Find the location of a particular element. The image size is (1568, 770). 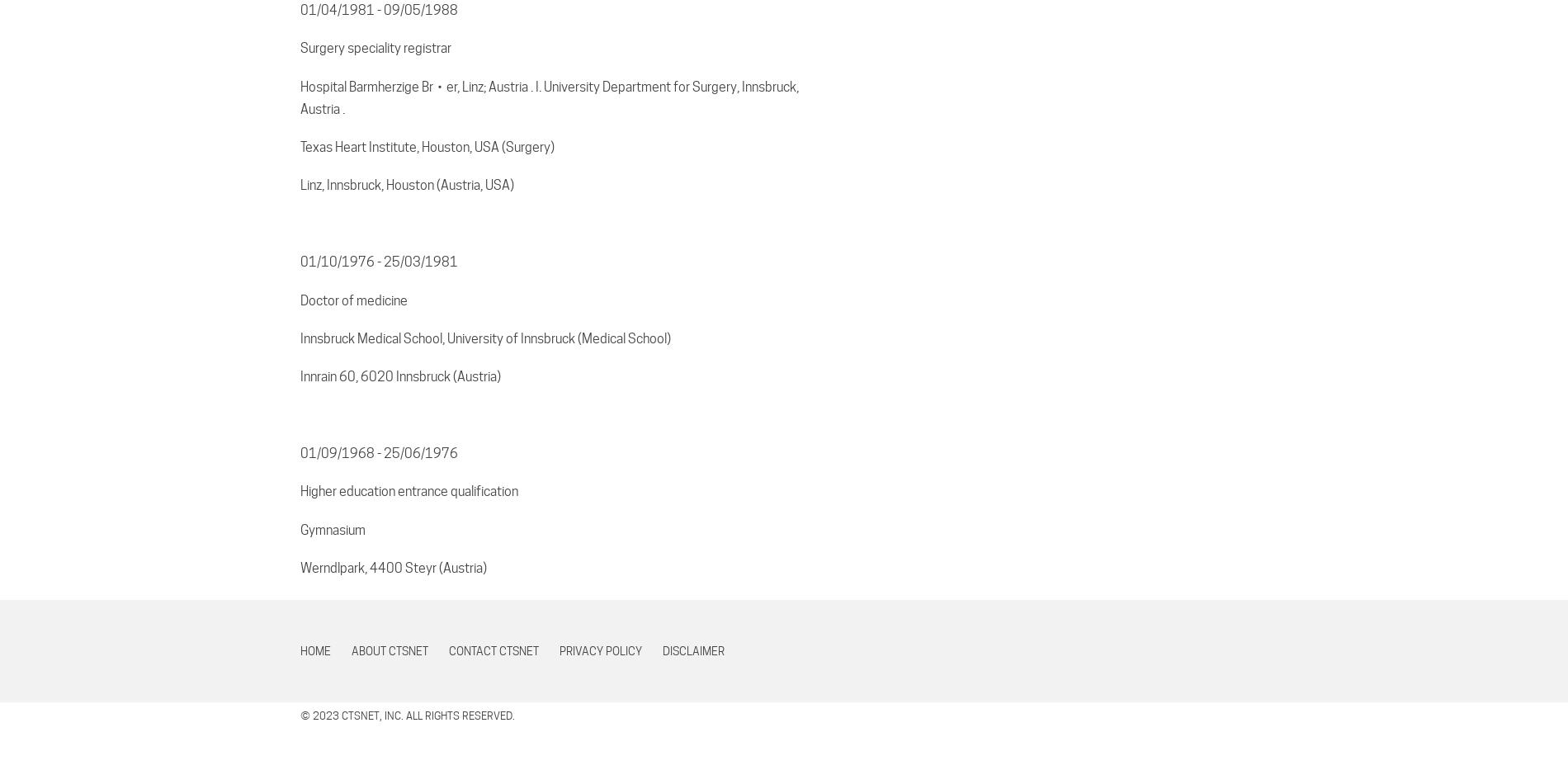

'Gymnasium' is located at coordinates (332, 528).